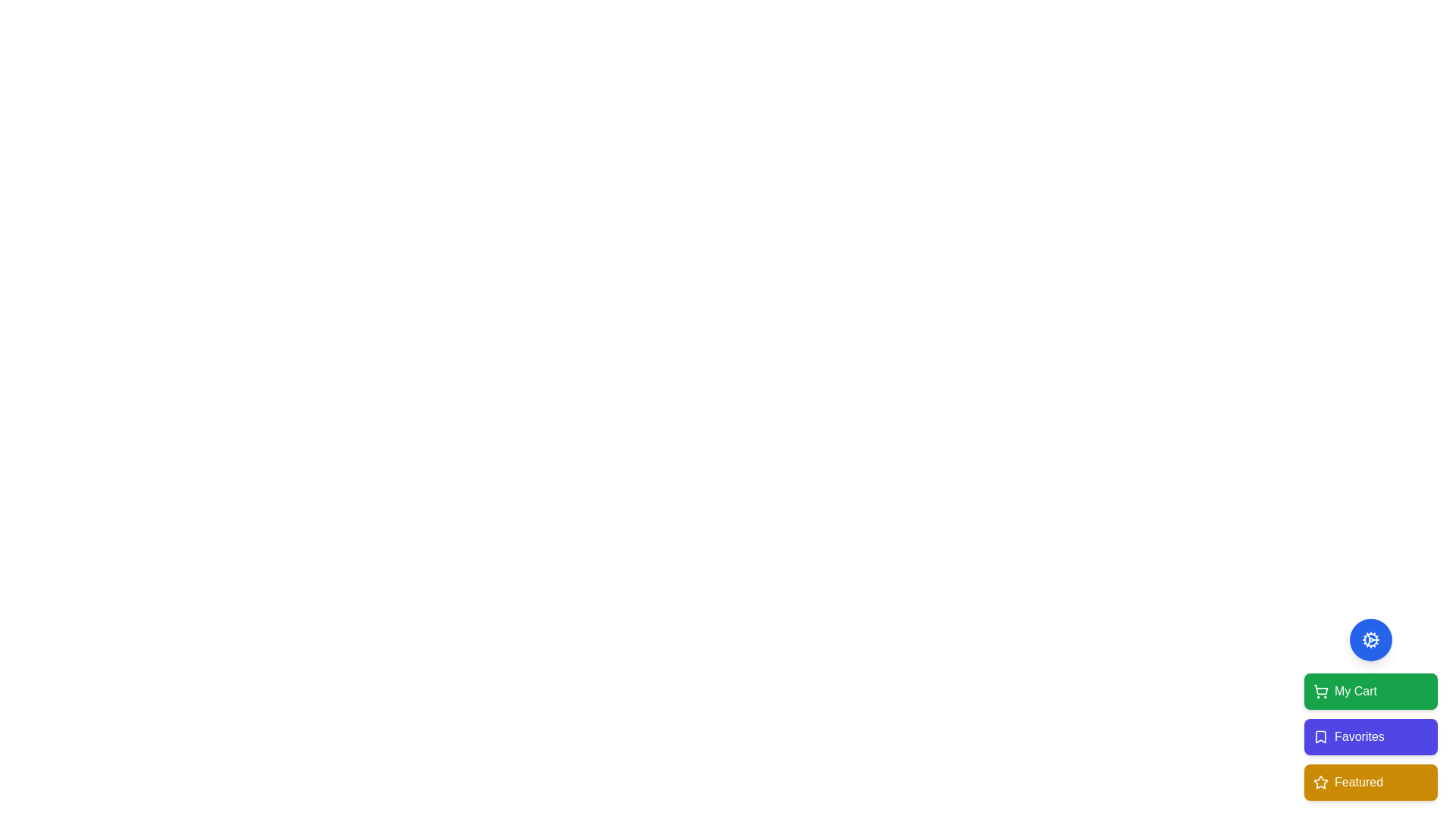 This screenshot has width=1456, height=819. I want to click on the indigo blue button labeled 'Favorites' with a white bookmark icon, so click(1371, 736).